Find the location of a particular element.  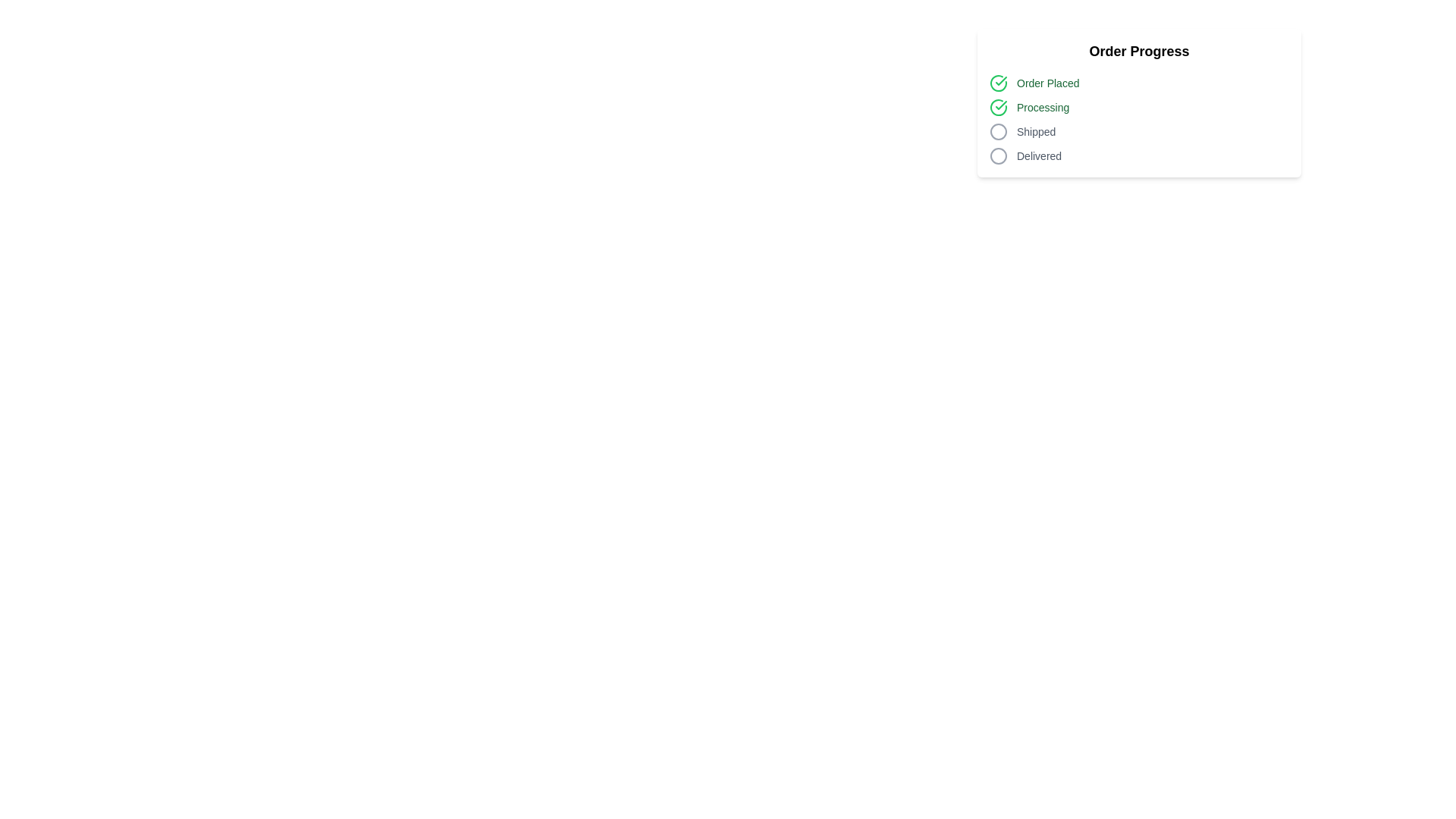

the 'Order Placed' text label is located at coordinates (1047, 83).